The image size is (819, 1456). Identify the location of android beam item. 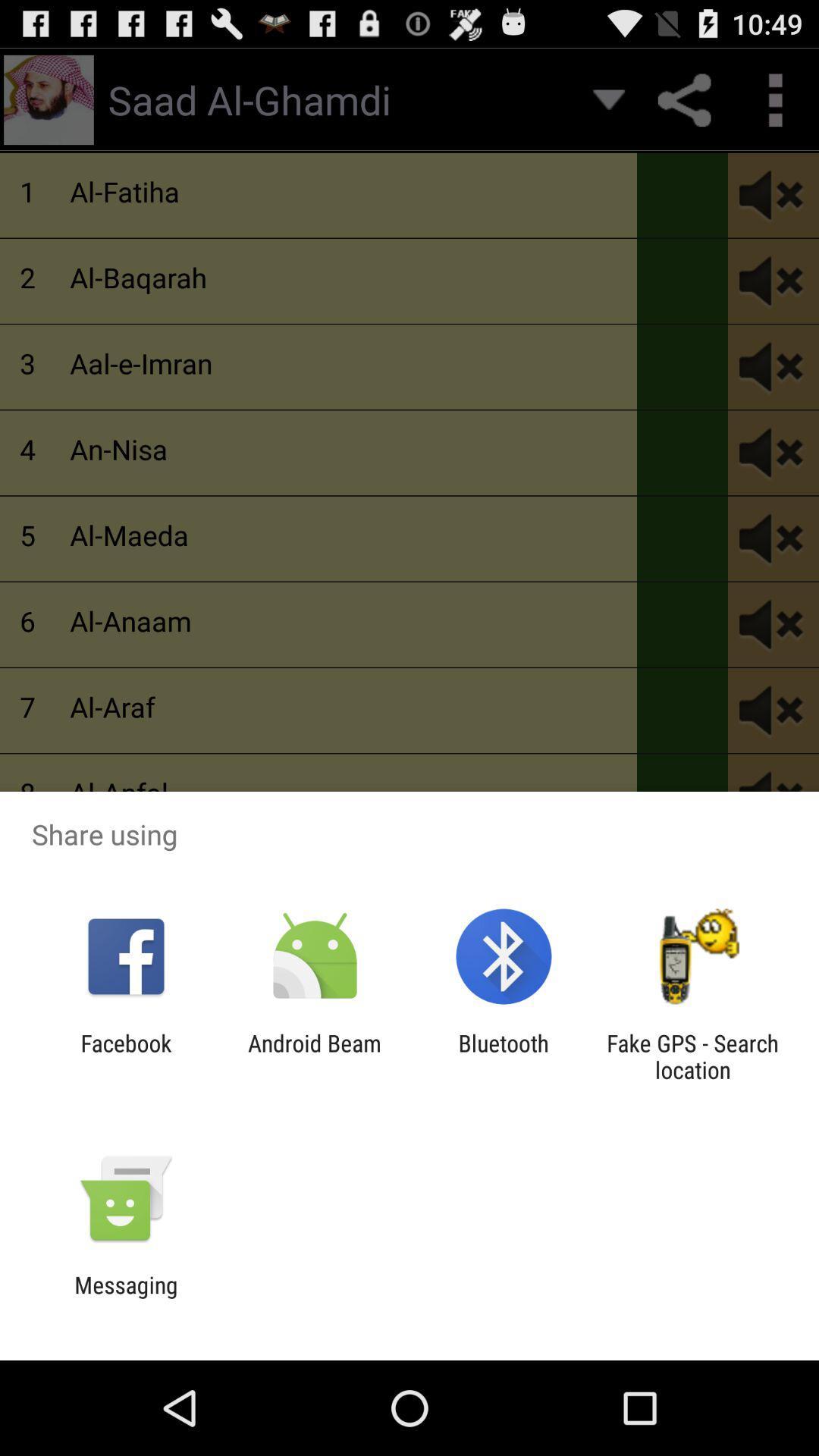
(314, 1056).